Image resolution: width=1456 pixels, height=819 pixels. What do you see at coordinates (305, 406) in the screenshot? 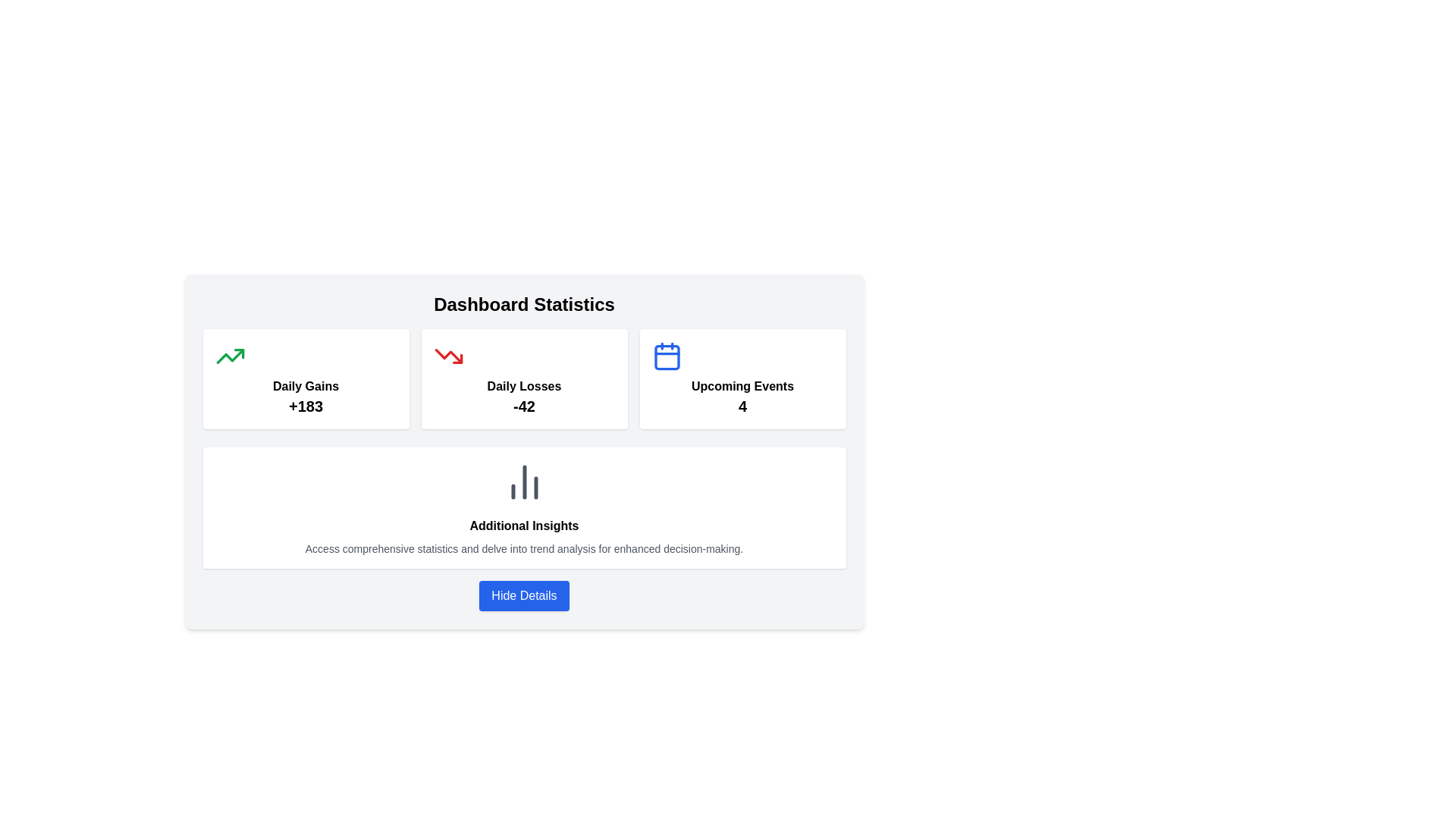
I see `static text element that displays the metric value '+183' indicating a numerical gain for the 'Daily Gains' category, located below the 'Daily Gains' label in the top-left quadrant of the dashboard` at bounding box center [305, 406].